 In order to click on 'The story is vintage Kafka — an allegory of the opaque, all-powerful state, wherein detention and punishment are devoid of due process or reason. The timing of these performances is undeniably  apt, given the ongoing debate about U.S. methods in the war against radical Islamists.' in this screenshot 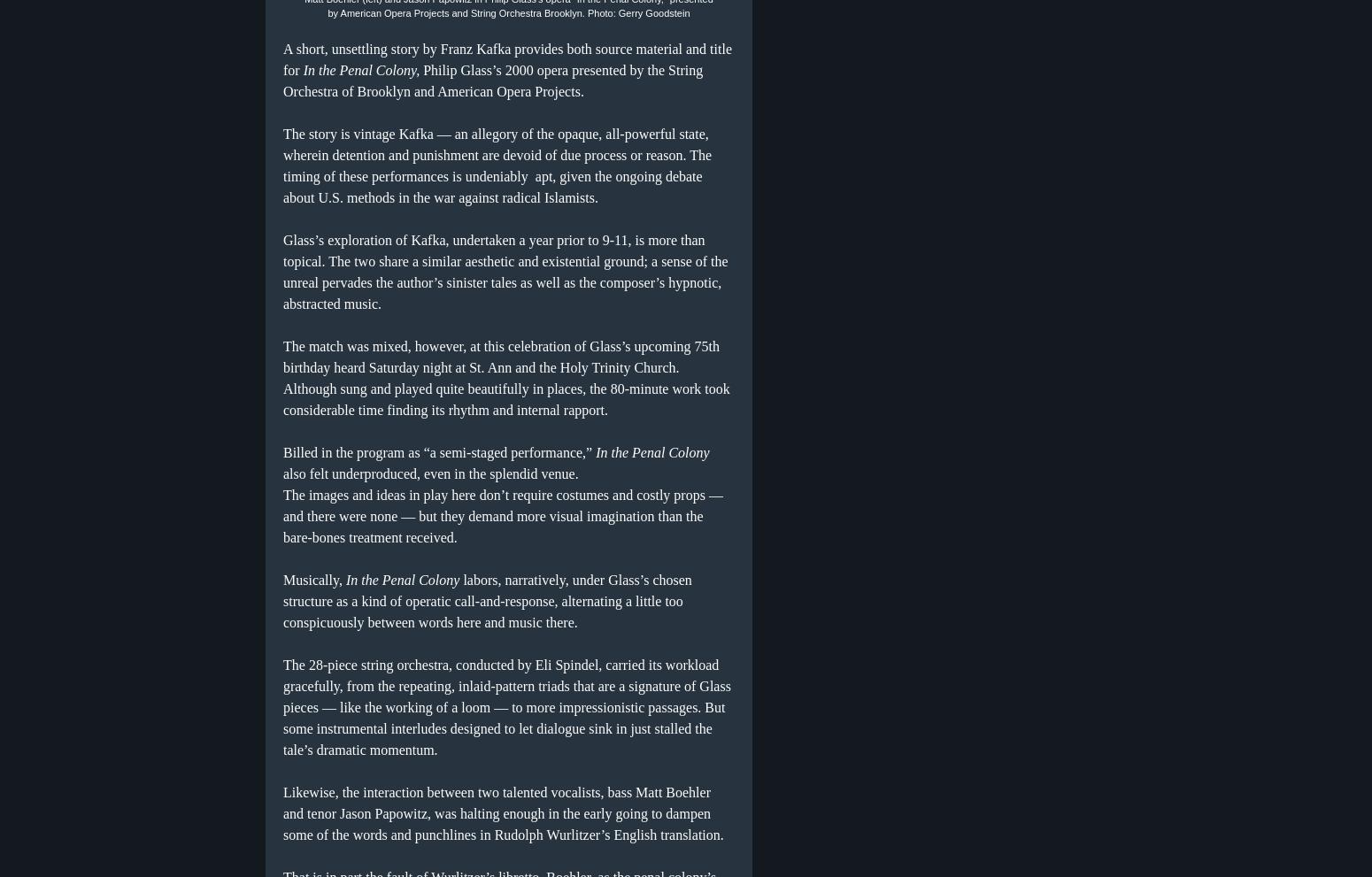, I will do `click(497, 164)`.